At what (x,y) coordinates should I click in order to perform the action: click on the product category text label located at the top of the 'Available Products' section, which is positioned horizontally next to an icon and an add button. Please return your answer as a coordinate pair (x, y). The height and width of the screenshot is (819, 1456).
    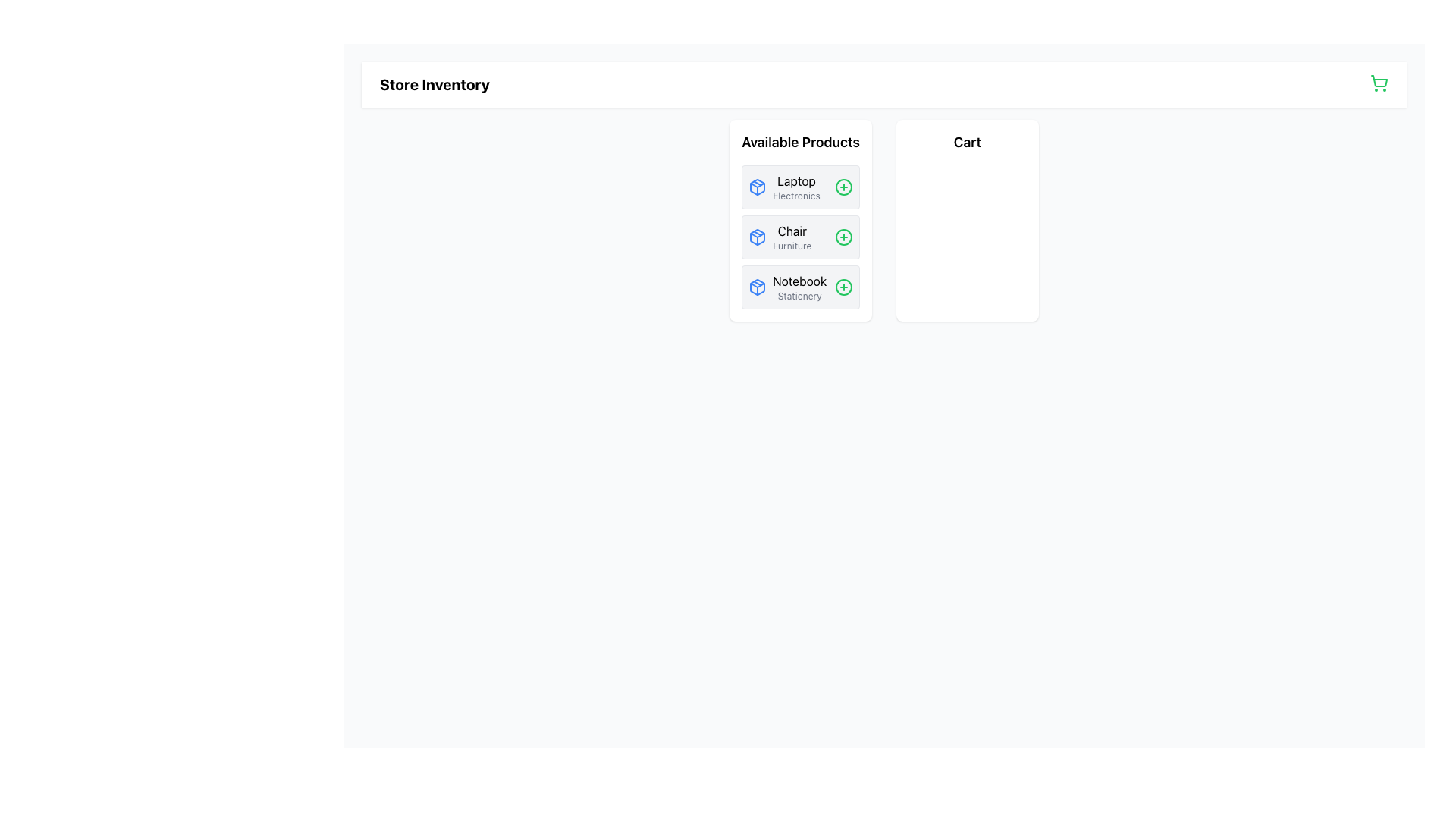
    Looking at the image, I should click on (795, 180).